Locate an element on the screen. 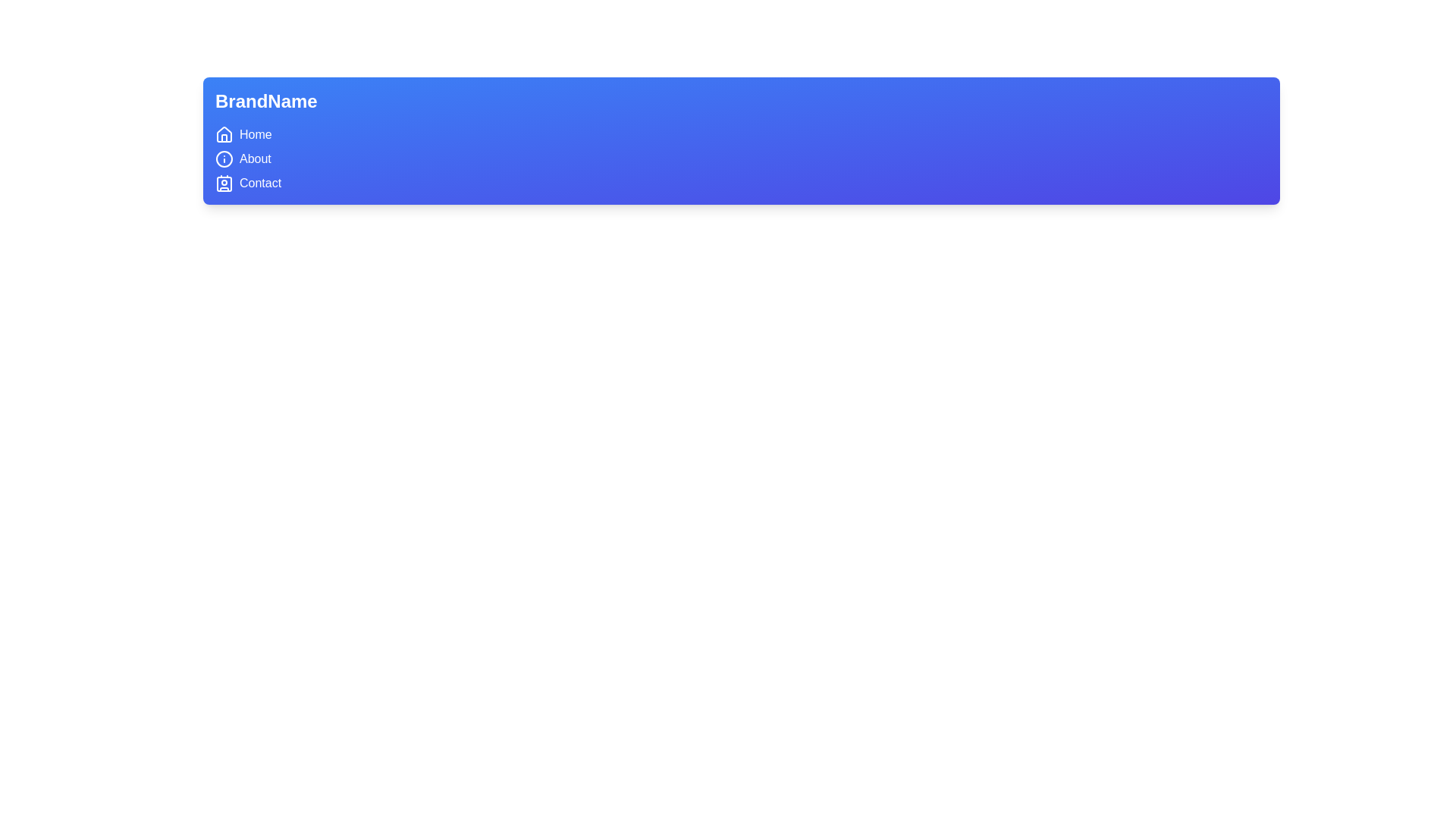 This screenshot has height=819, width=1456. the 'Contact' hyperlink, which is the third item in the vertical navigation menu located in the top left corner of the interface is located at coordinates (260, 183).